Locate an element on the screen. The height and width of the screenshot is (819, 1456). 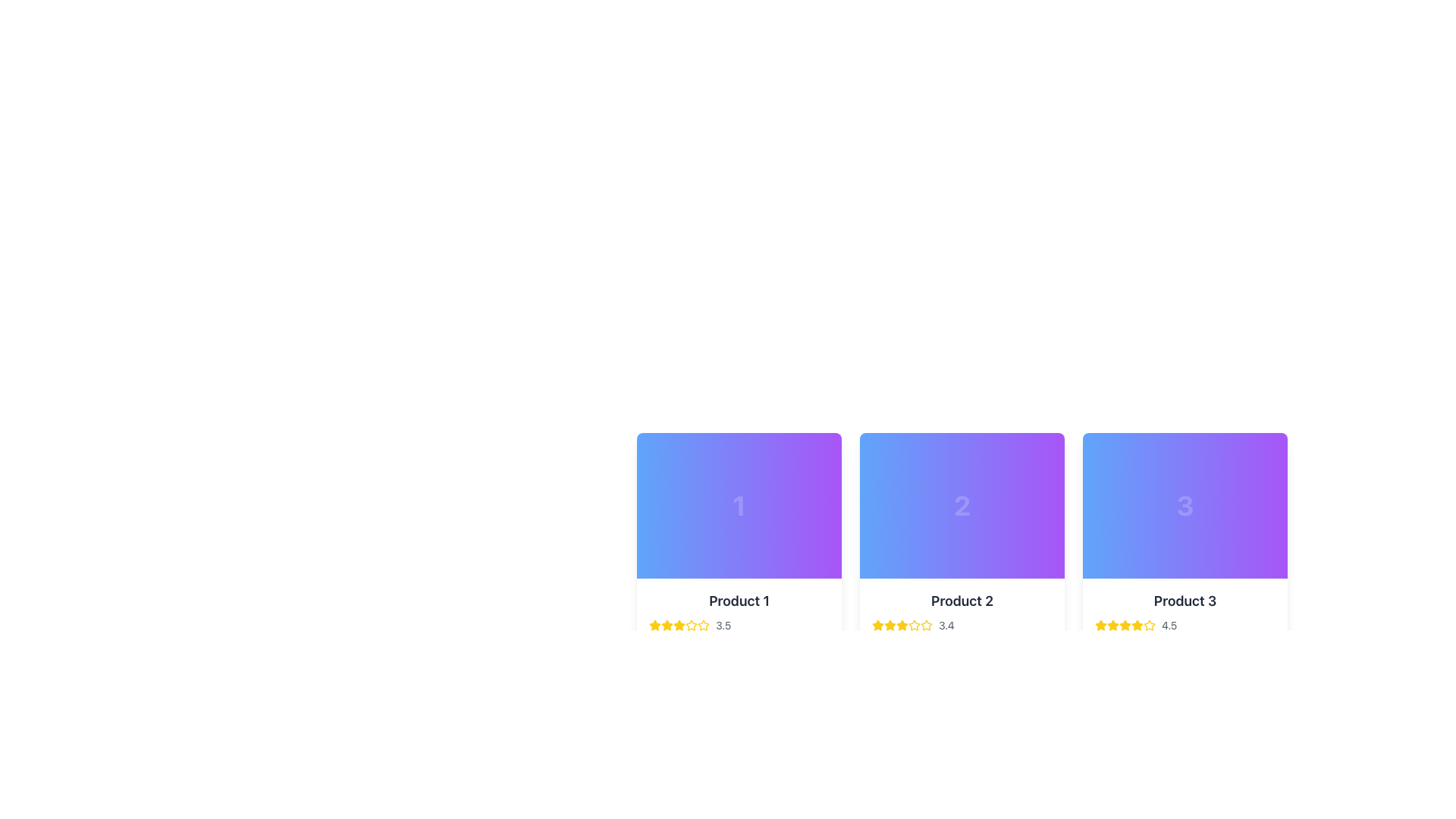
the Decorative panel featuring a gradient background from blue to purple, with a semi-transparent white number '1' in bold font, located at the top section of the card layout for 'Product 1' is located at coordinates (739, 506).